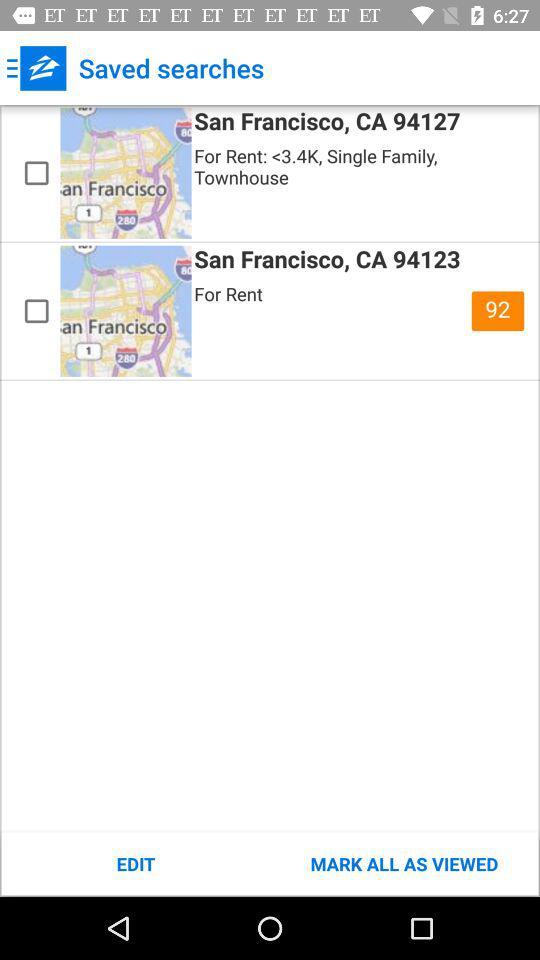 This screenshot has width=540, height=960. I want to click on item at the bottom left corner, so click(135, 863).